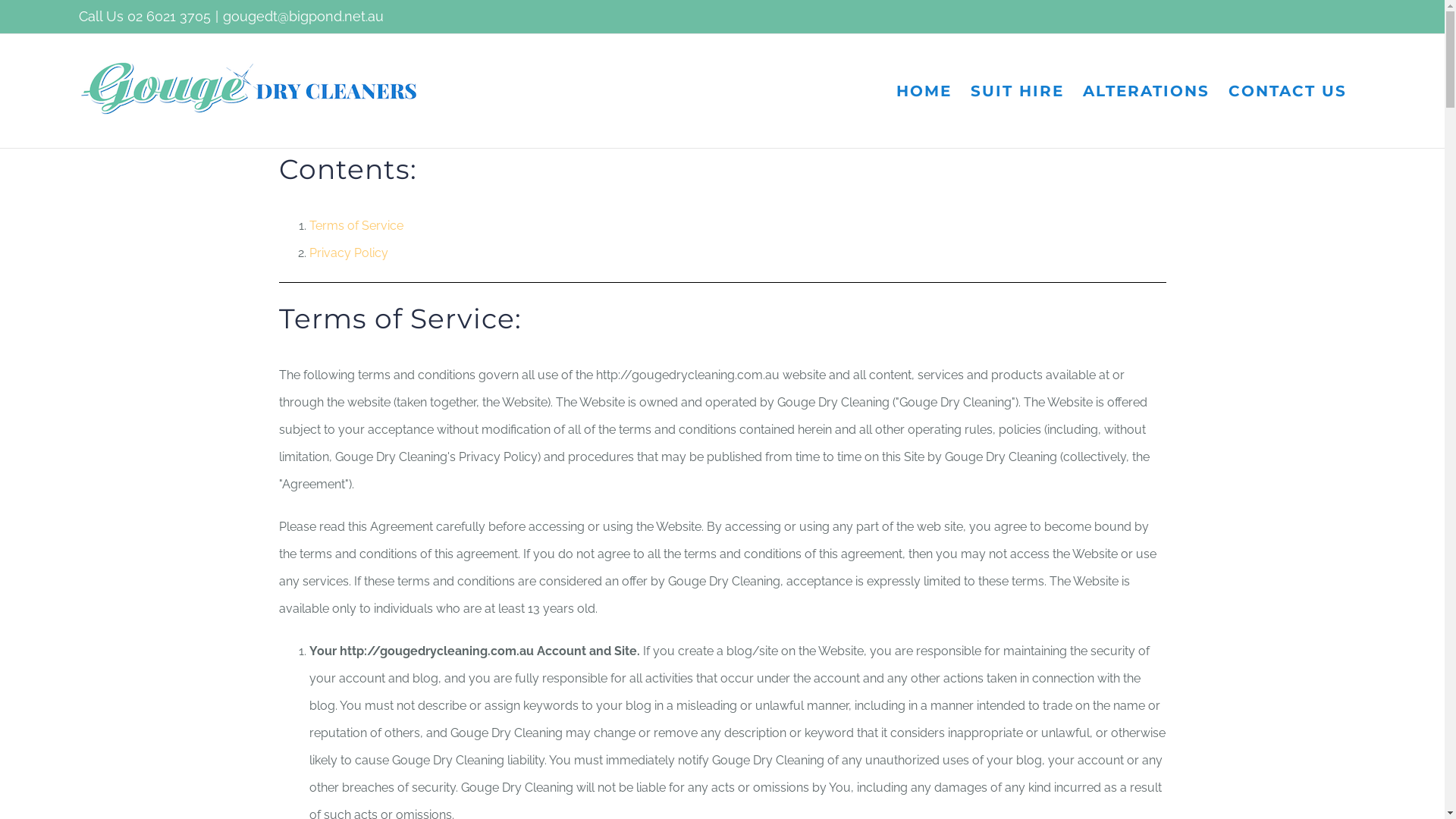  What do you see at coordinates (1082, 90) in the screenshot?
I see `'ALTERATIONS'` at bounding box center [1082, 90].